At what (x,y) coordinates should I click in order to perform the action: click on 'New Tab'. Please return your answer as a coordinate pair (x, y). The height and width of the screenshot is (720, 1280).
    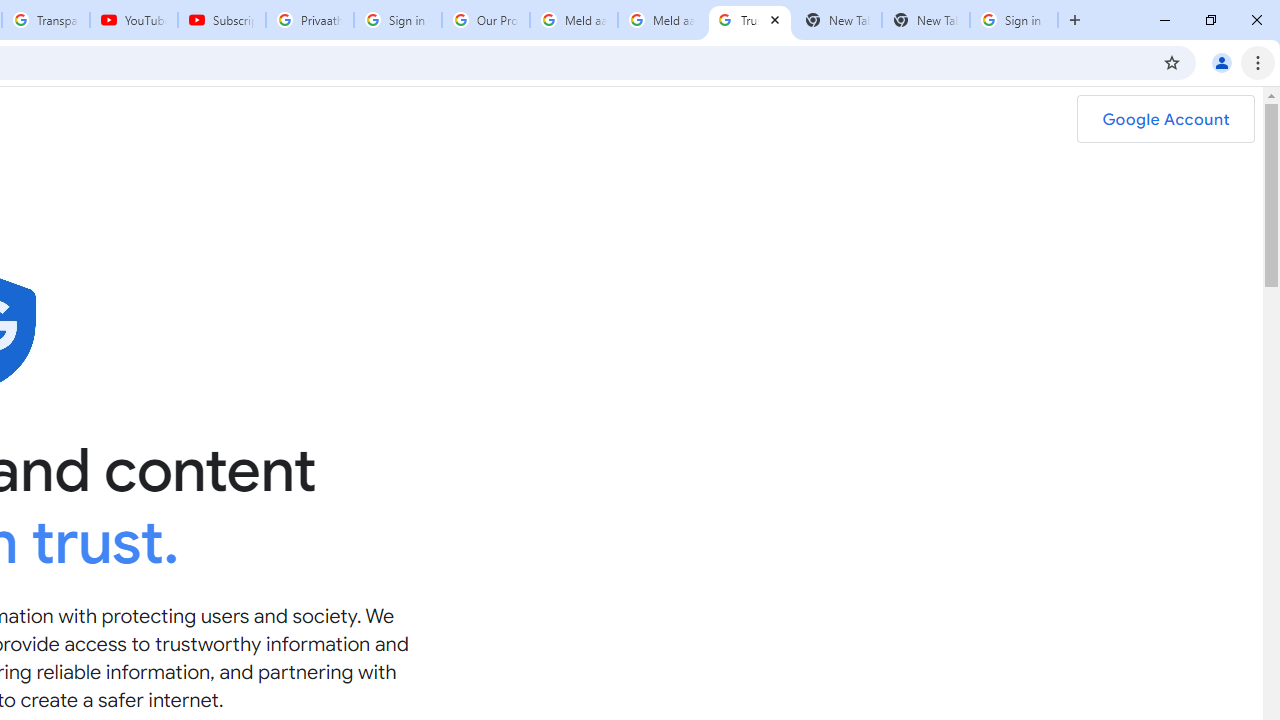
    Looking at the image, I should click on (925, 20).